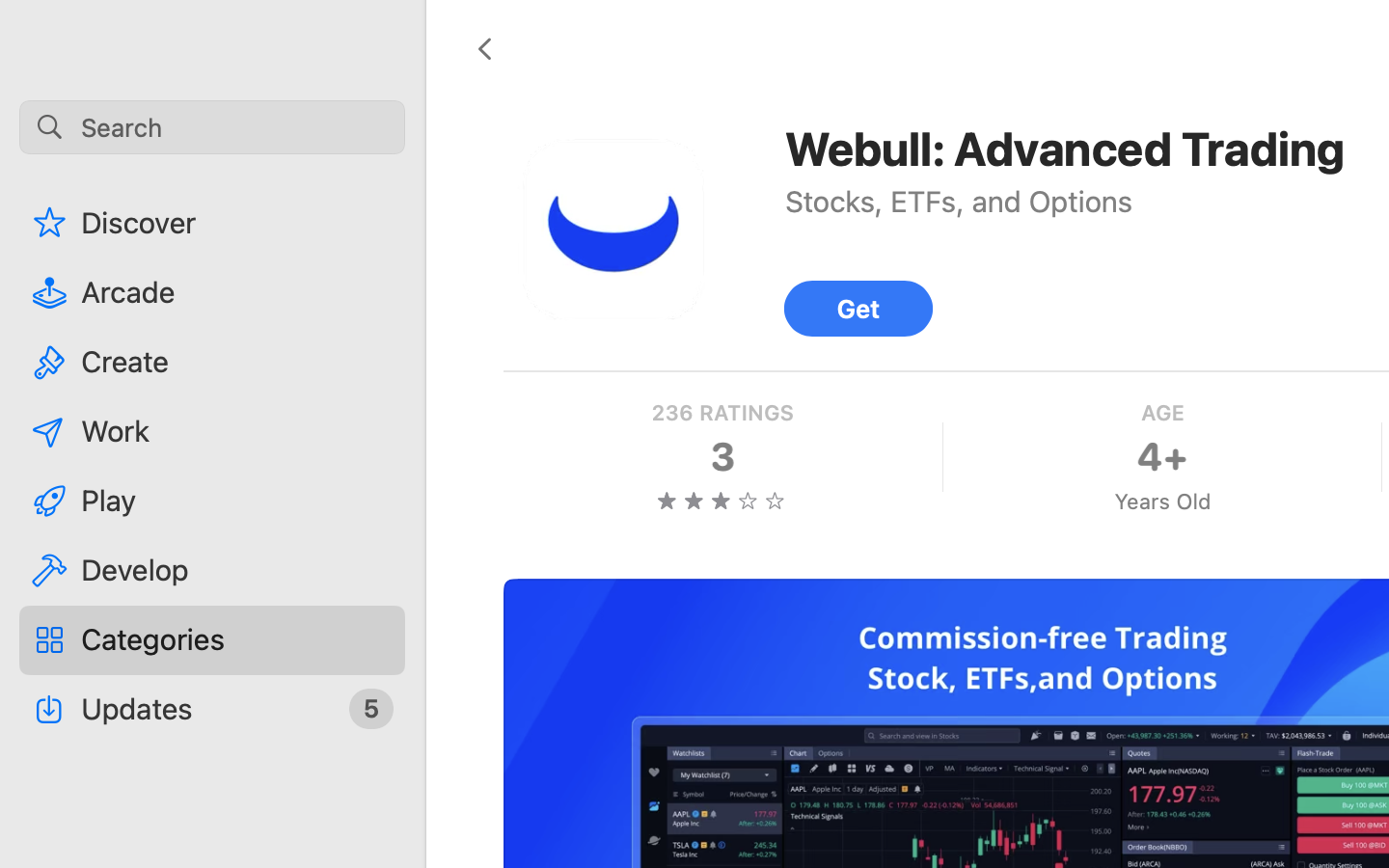  What do you see at coordinates (721, 413) in the screenshot?
I see `'236 RATINGS'` at bounding box center [721, 413].